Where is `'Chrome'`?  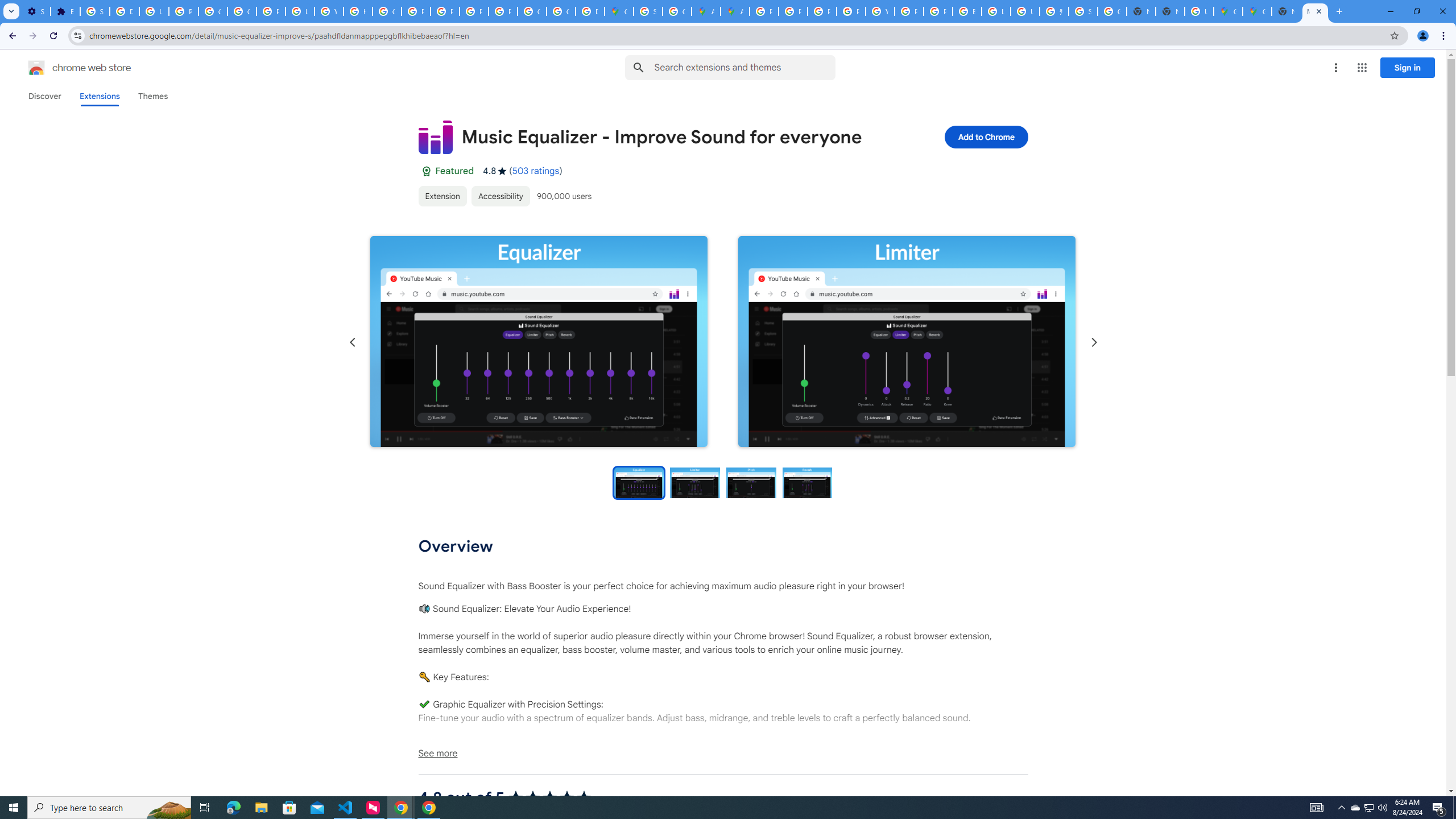 'Chrome' is located at coordinates (1444, 35).